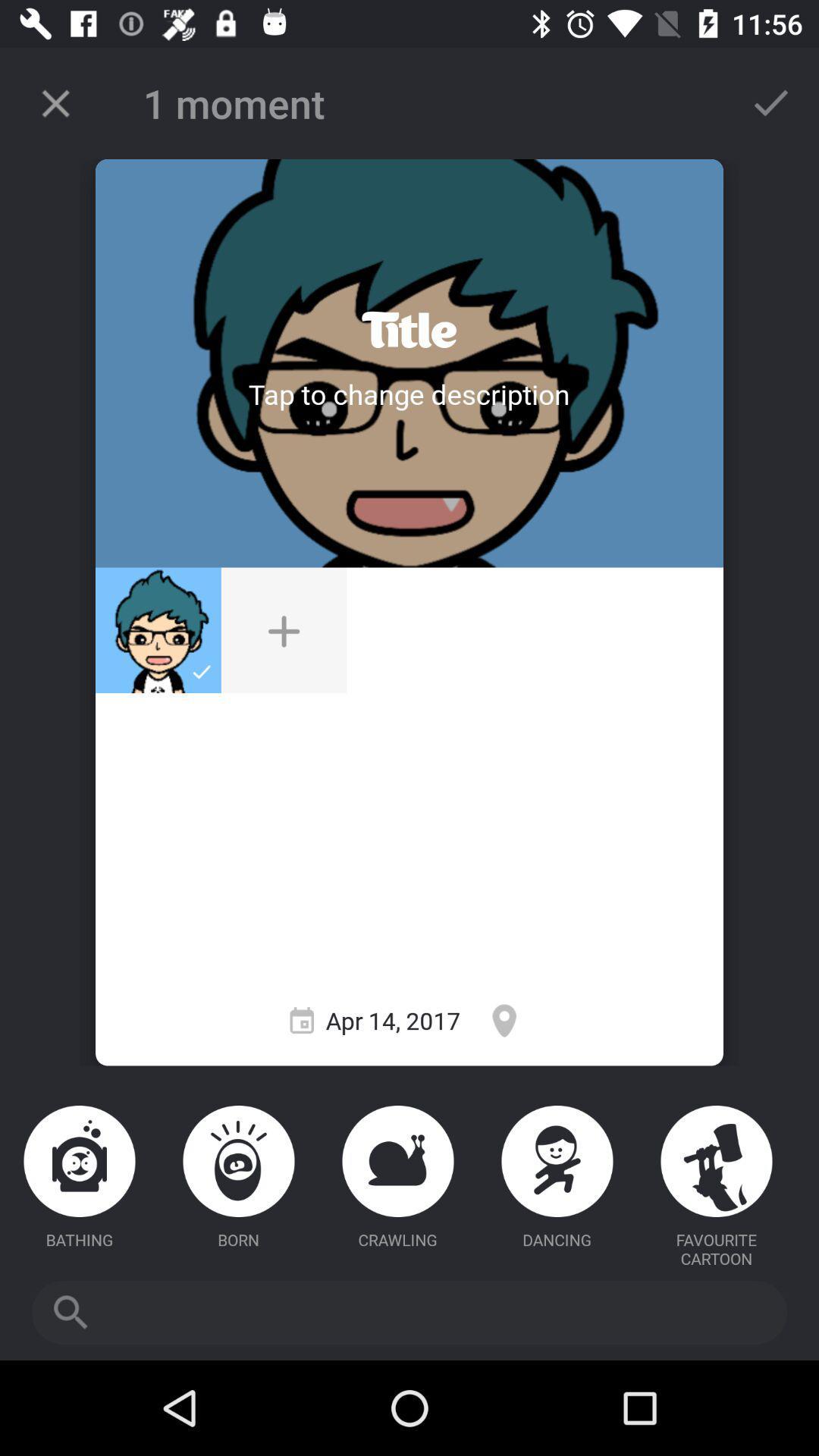 The image size is (819, 1456). What do you see at coordinates (408, 329) in the screenshot?
I see `the title` at bounding box center [408, 329].